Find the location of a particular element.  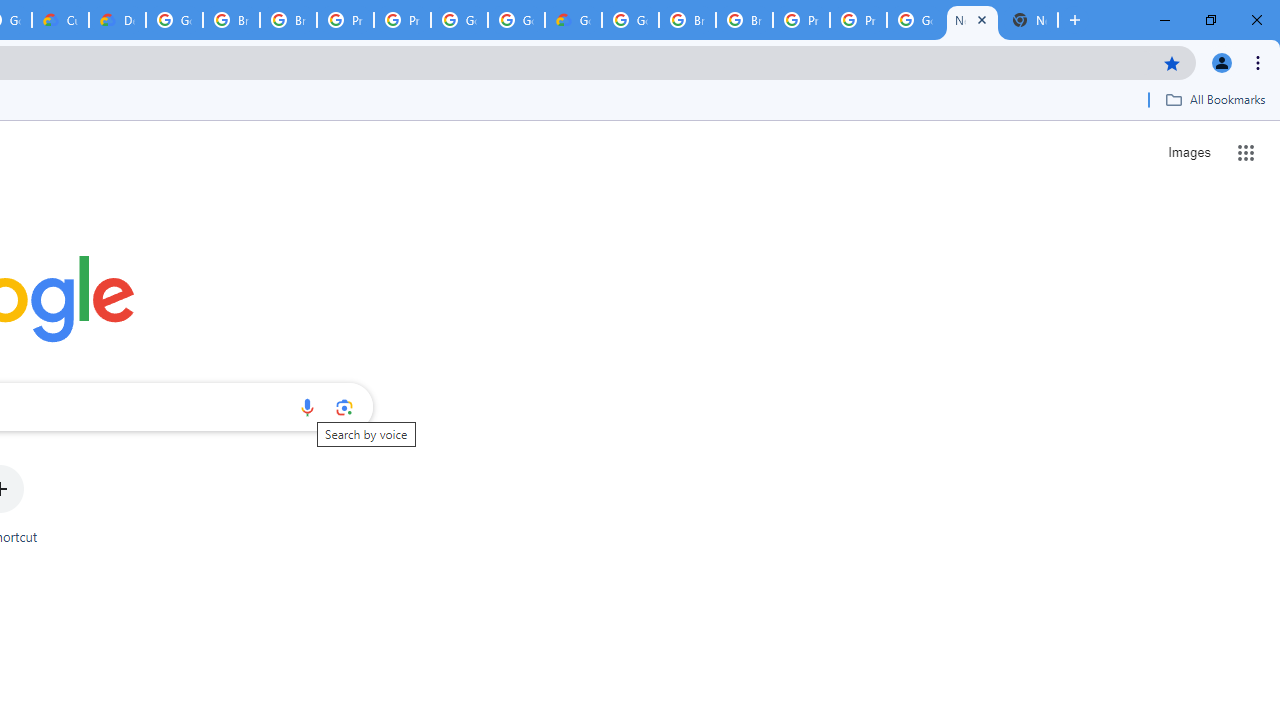

'Google Cloud Platform' is located at coordinates (516, 20).